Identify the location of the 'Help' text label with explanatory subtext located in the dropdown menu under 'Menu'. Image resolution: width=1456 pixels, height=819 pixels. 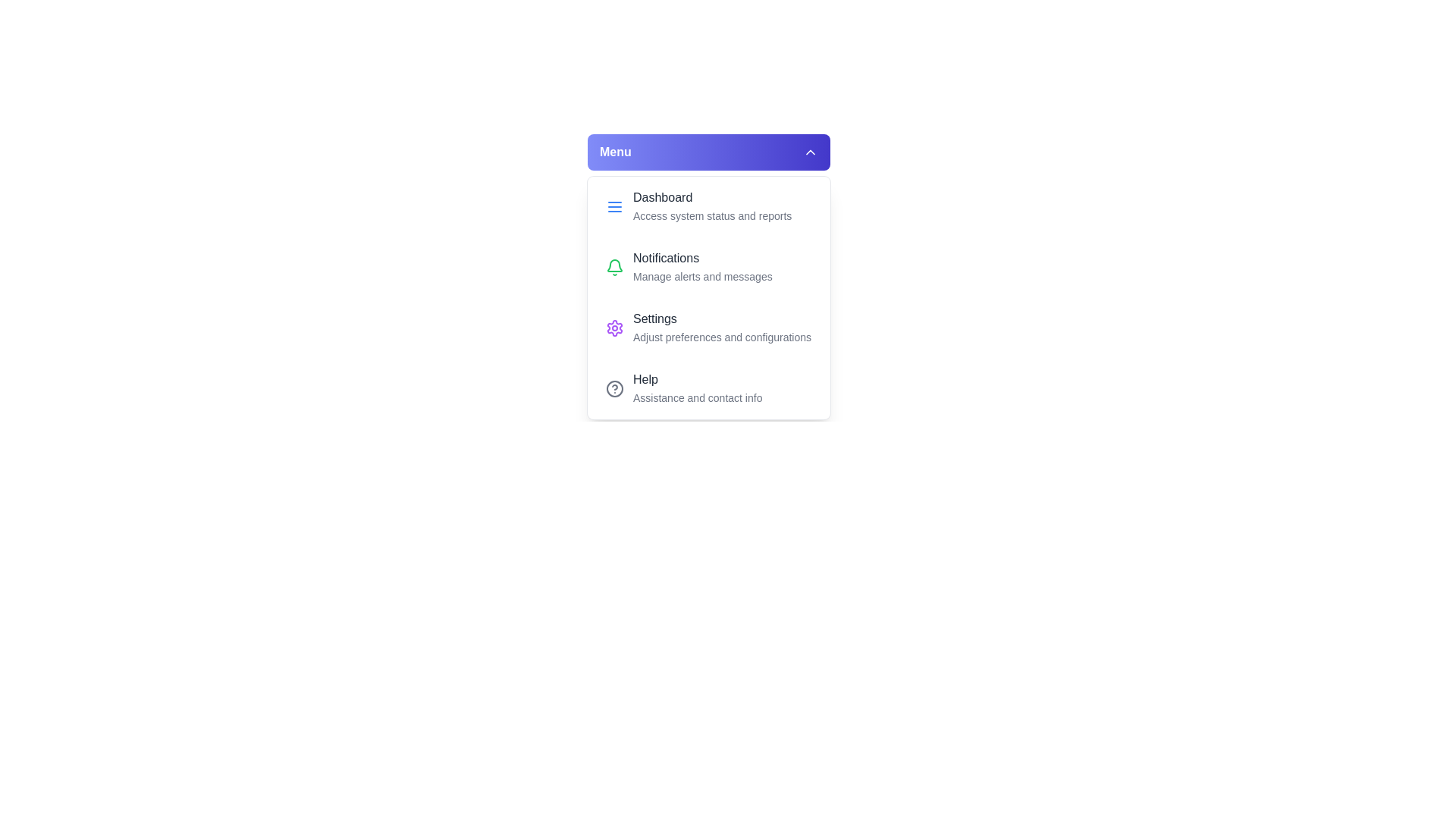
(697, 388).